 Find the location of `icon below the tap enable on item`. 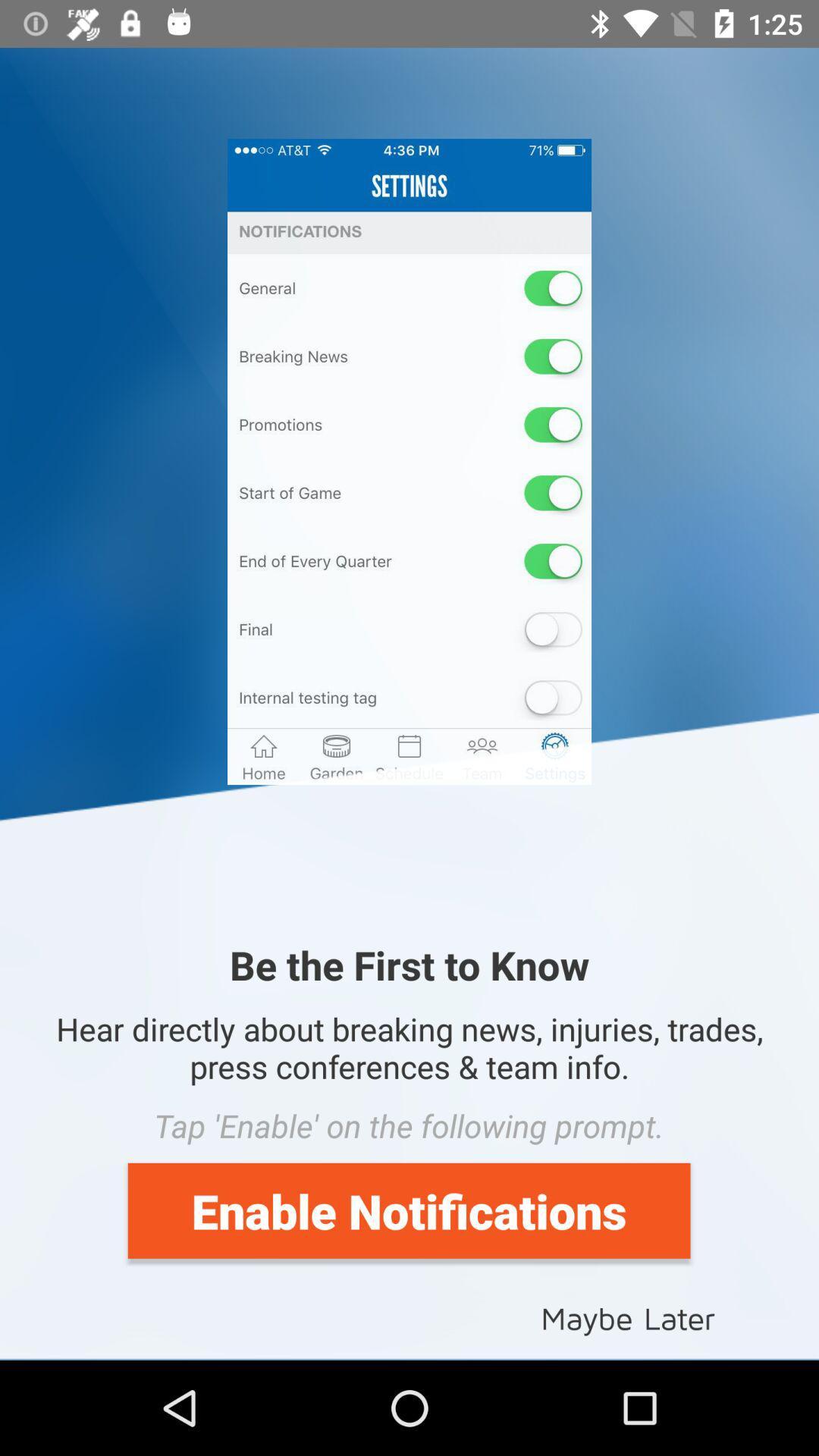

icon below the tap enable on item is located at coordinates (408, 1210).